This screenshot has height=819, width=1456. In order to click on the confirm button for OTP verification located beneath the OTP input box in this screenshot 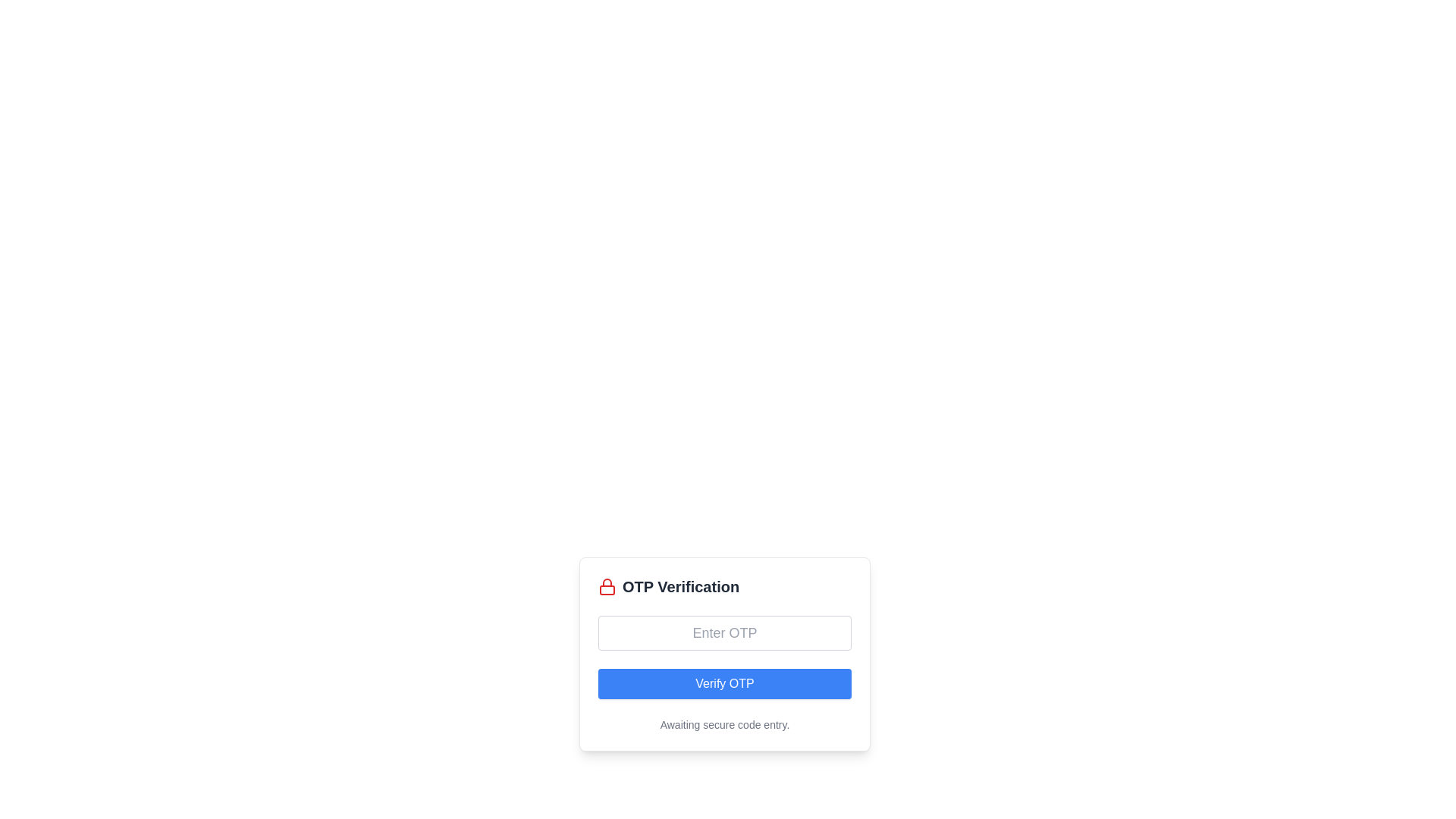, I will do `click(723, 684)`.